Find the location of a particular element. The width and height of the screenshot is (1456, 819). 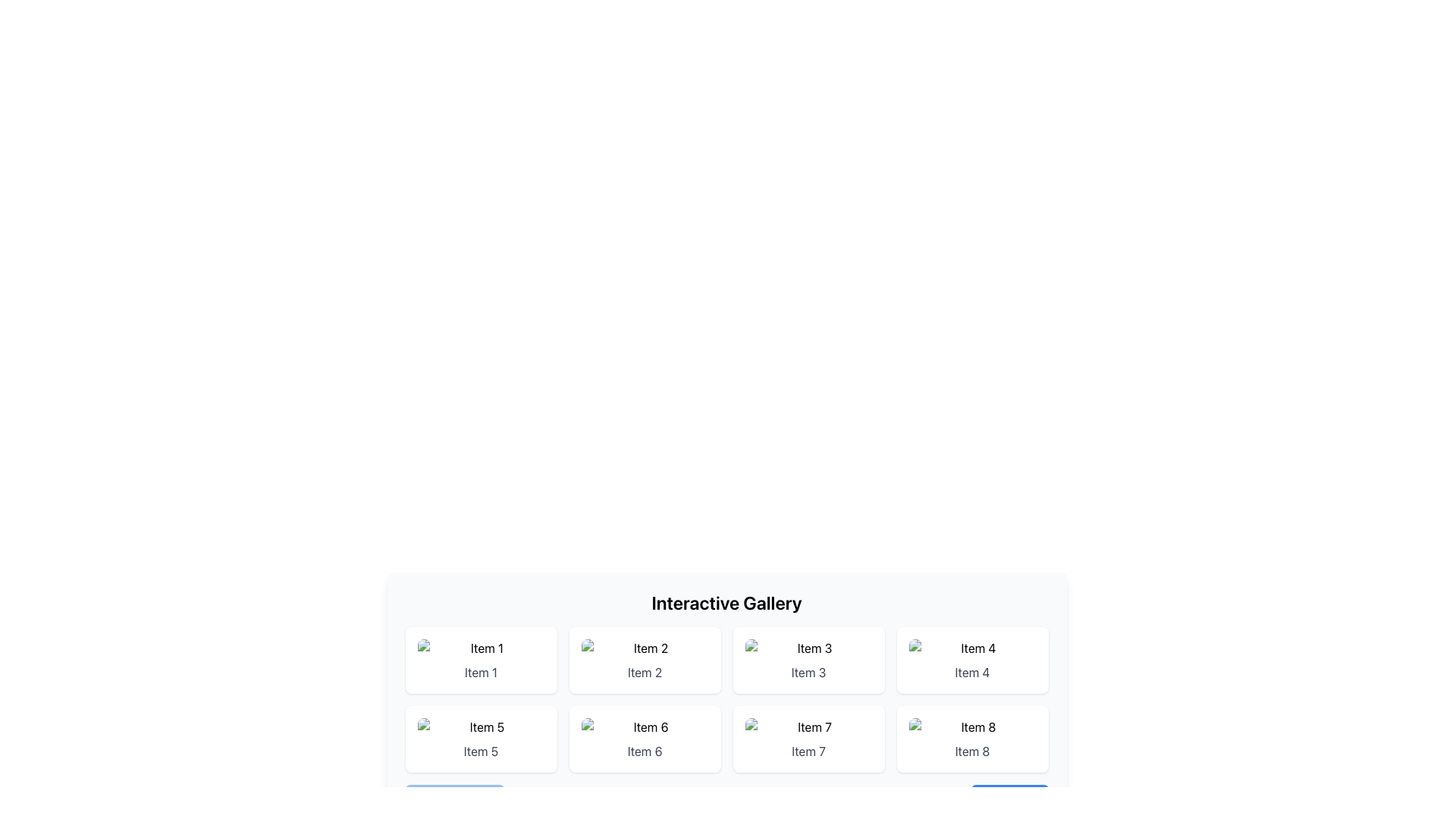

the descriptive text label for 'Item 2' located in the second cell of the top row in the gallery interface is located at coordinates (645, 672).